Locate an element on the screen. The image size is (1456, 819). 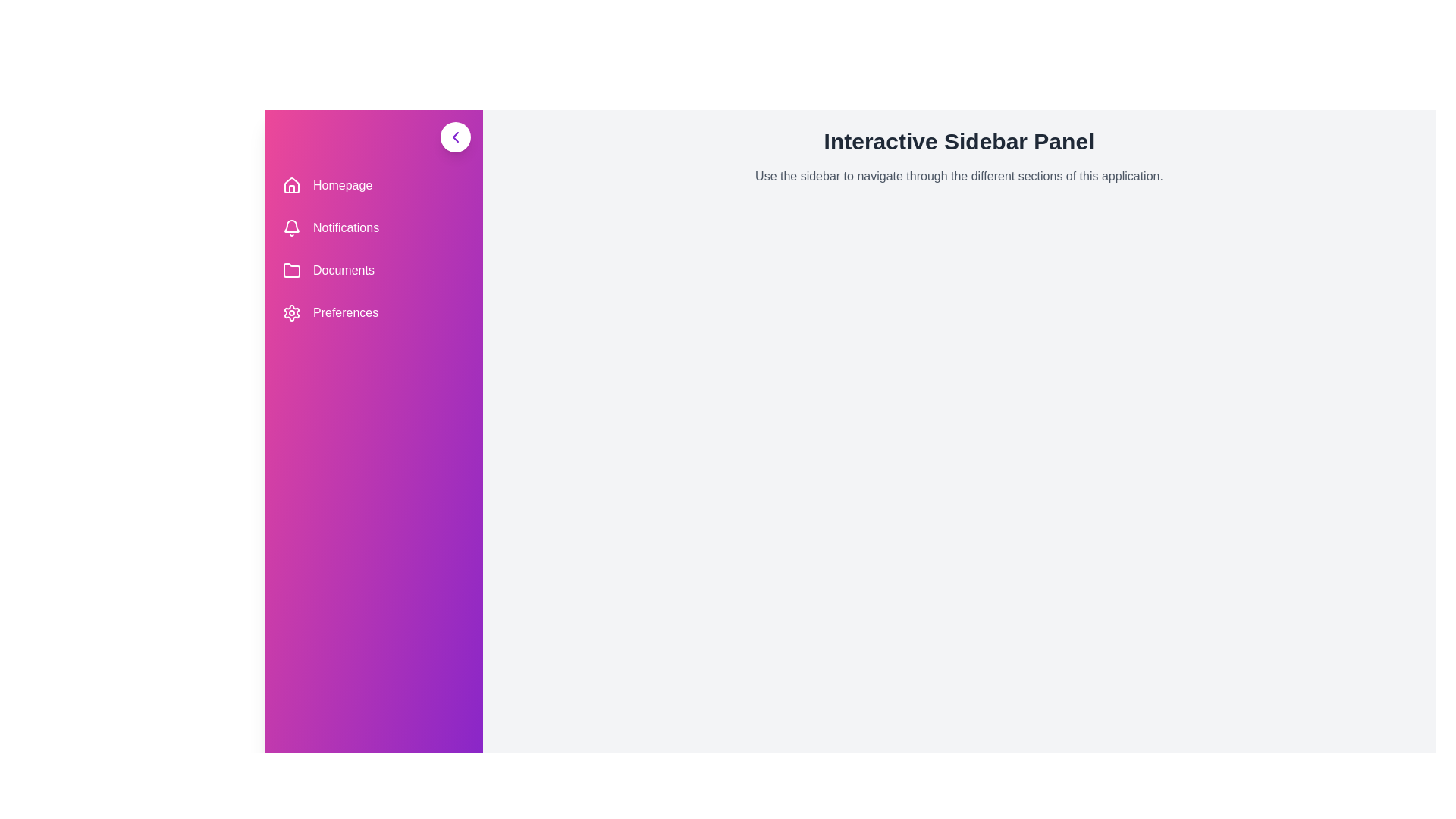
the sidebar menu item Documents is located at coordinates (374, 270).